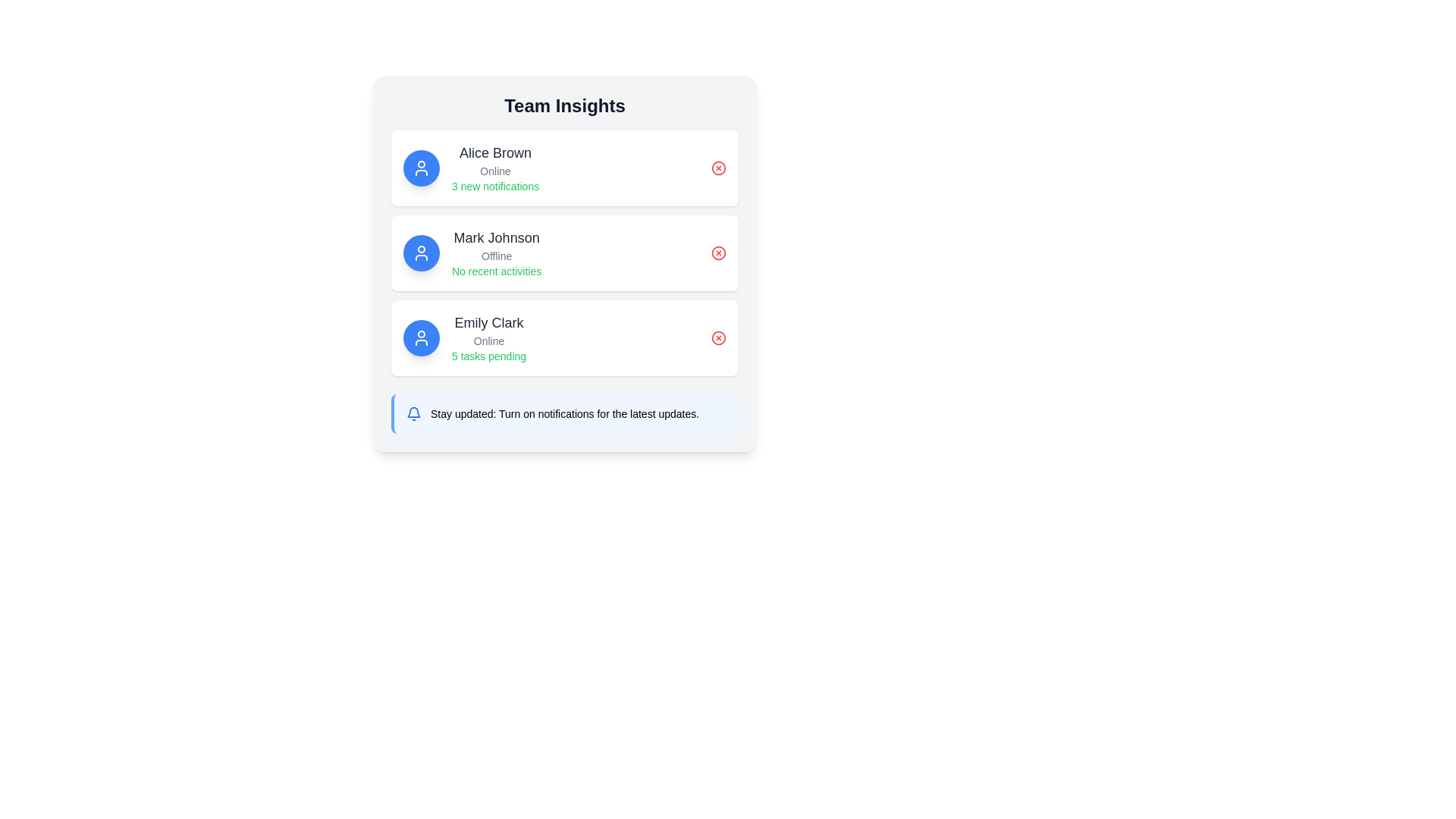  Describe the element at coordinates (496, 237) in the screenshot. I see `the text element displaying the name 'Mark Johnson', which is located` at that location.